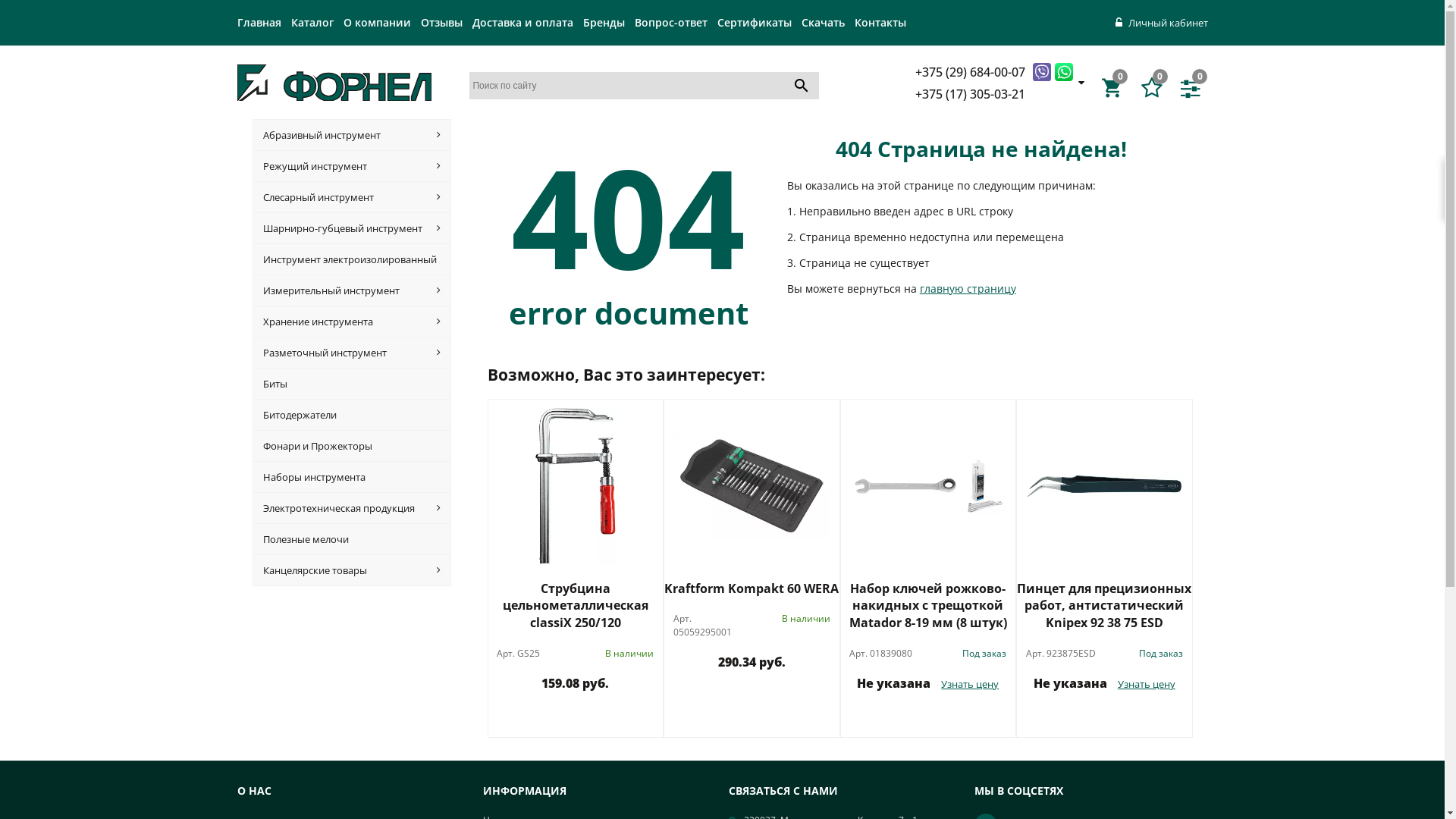  I want to click on 'search', so click(800, 84).